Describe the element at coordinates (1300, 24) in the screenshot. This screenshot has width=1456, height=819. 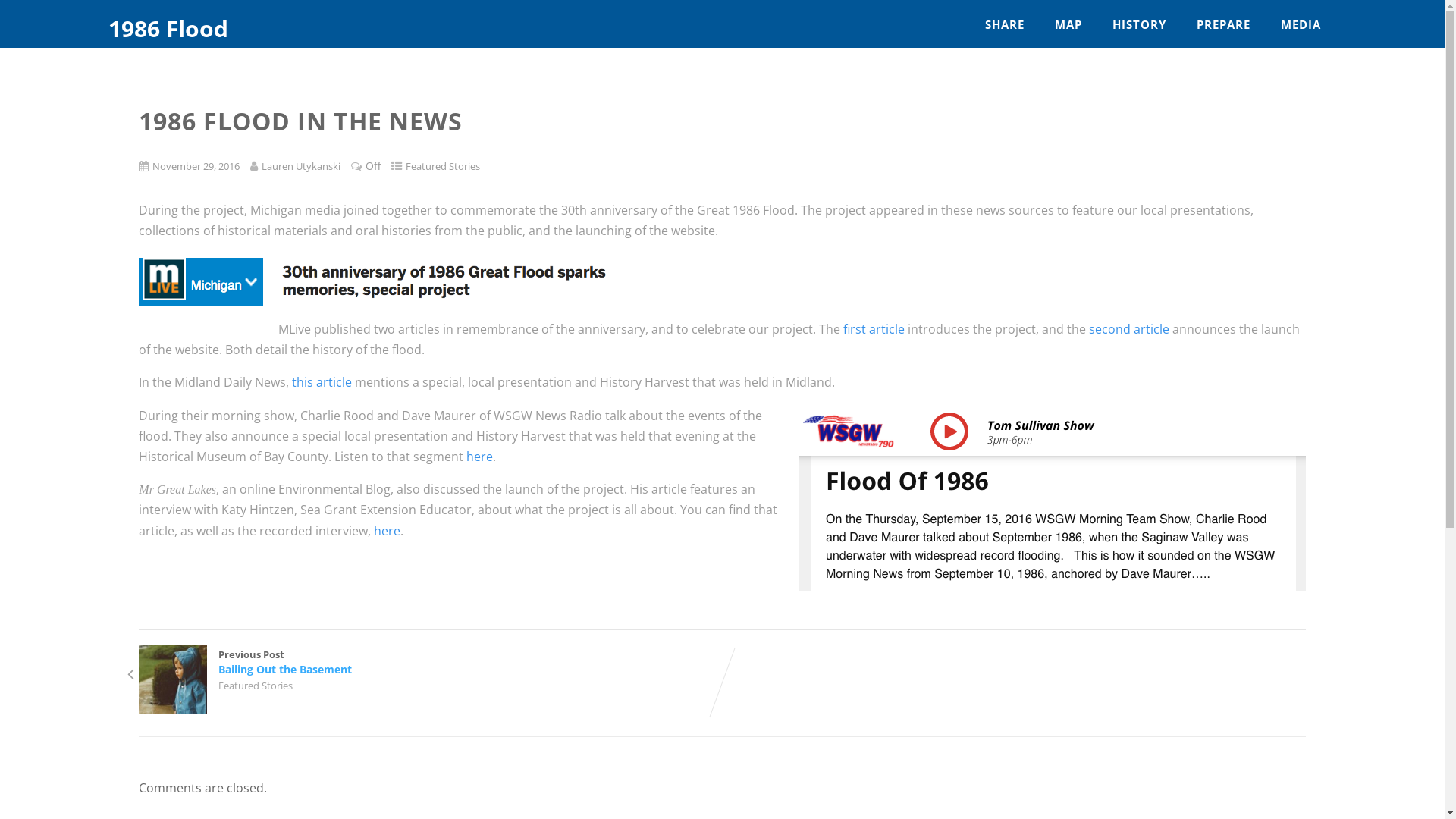
I see `'MEDIA'` at that location.